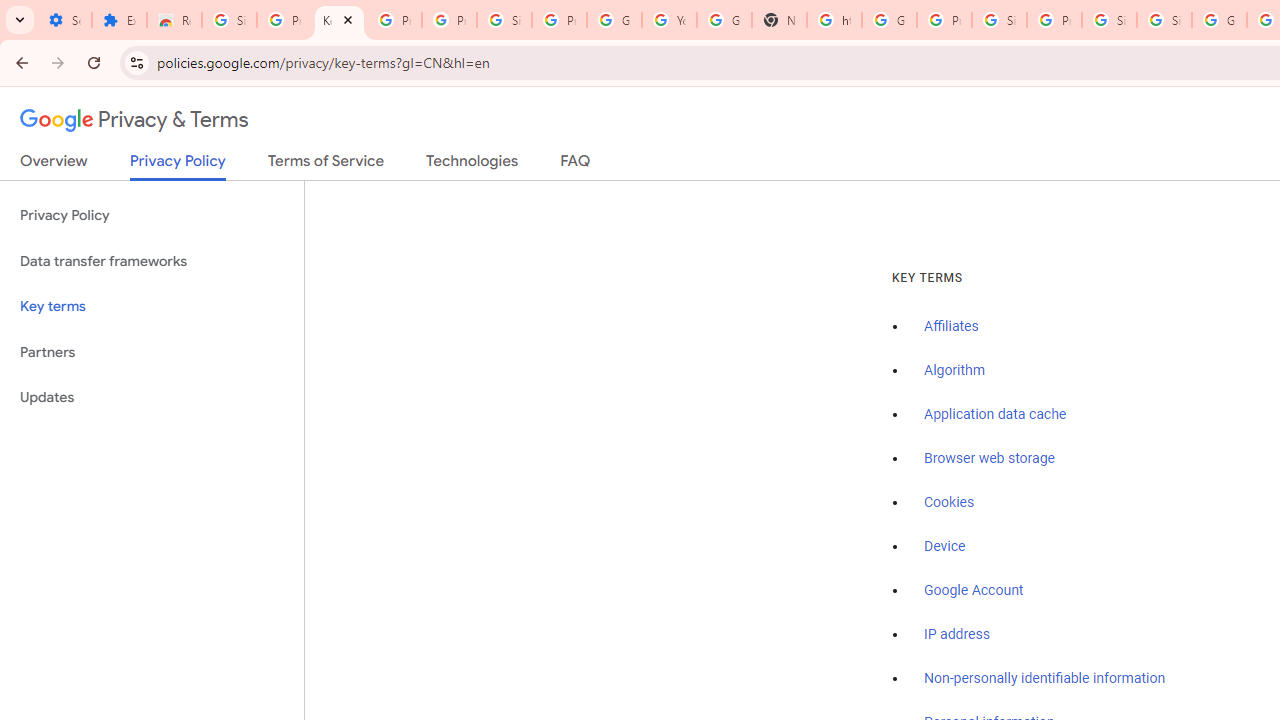 This screenshot has height=720, width=1280. Describe the element at coordinates (778, 20) in the screenshot. I see `'New Tab'` at that location.